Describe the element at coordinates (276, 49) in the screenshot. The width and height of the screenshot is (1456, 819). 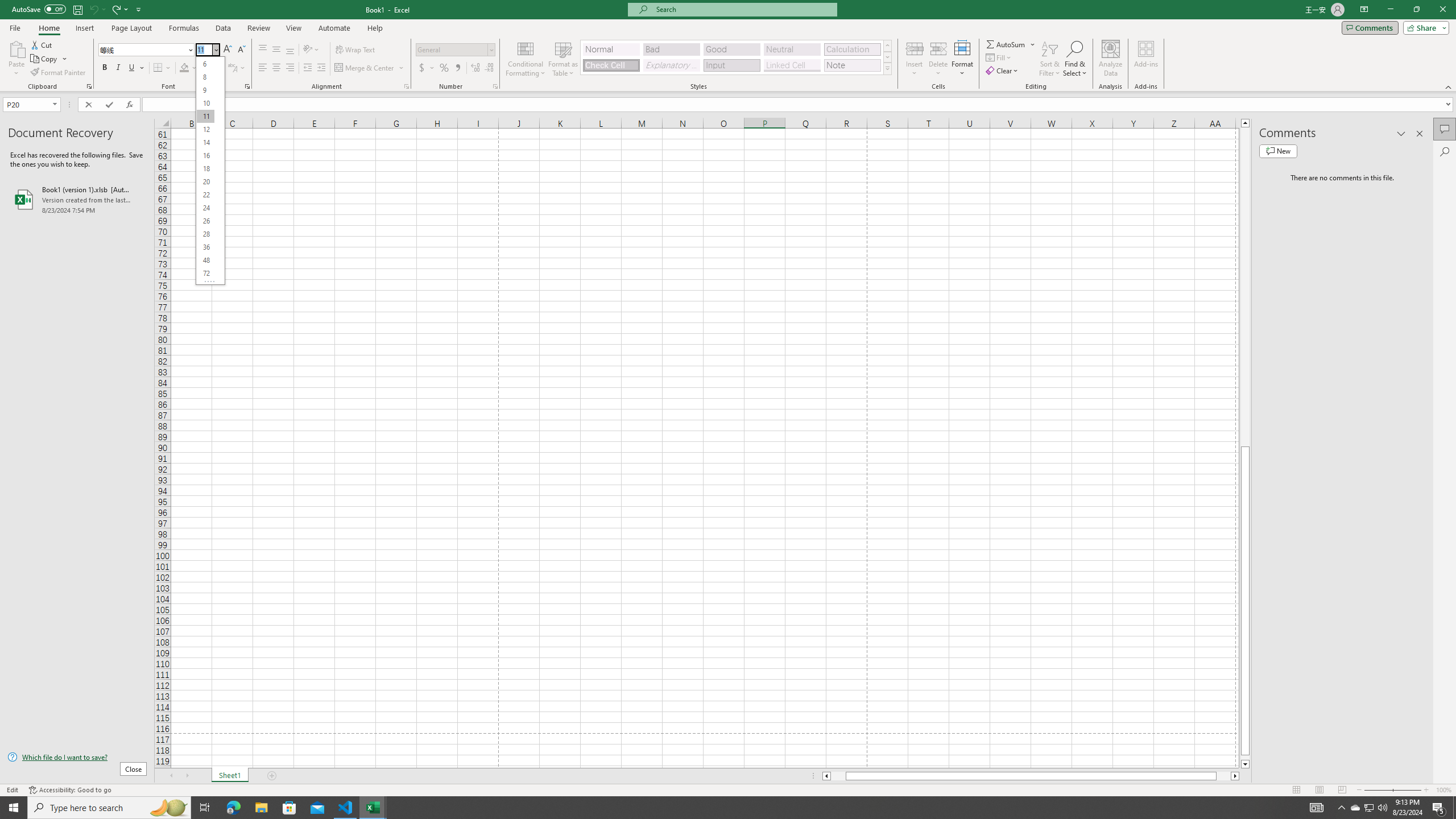
I see `'Middle Align'` at that location.